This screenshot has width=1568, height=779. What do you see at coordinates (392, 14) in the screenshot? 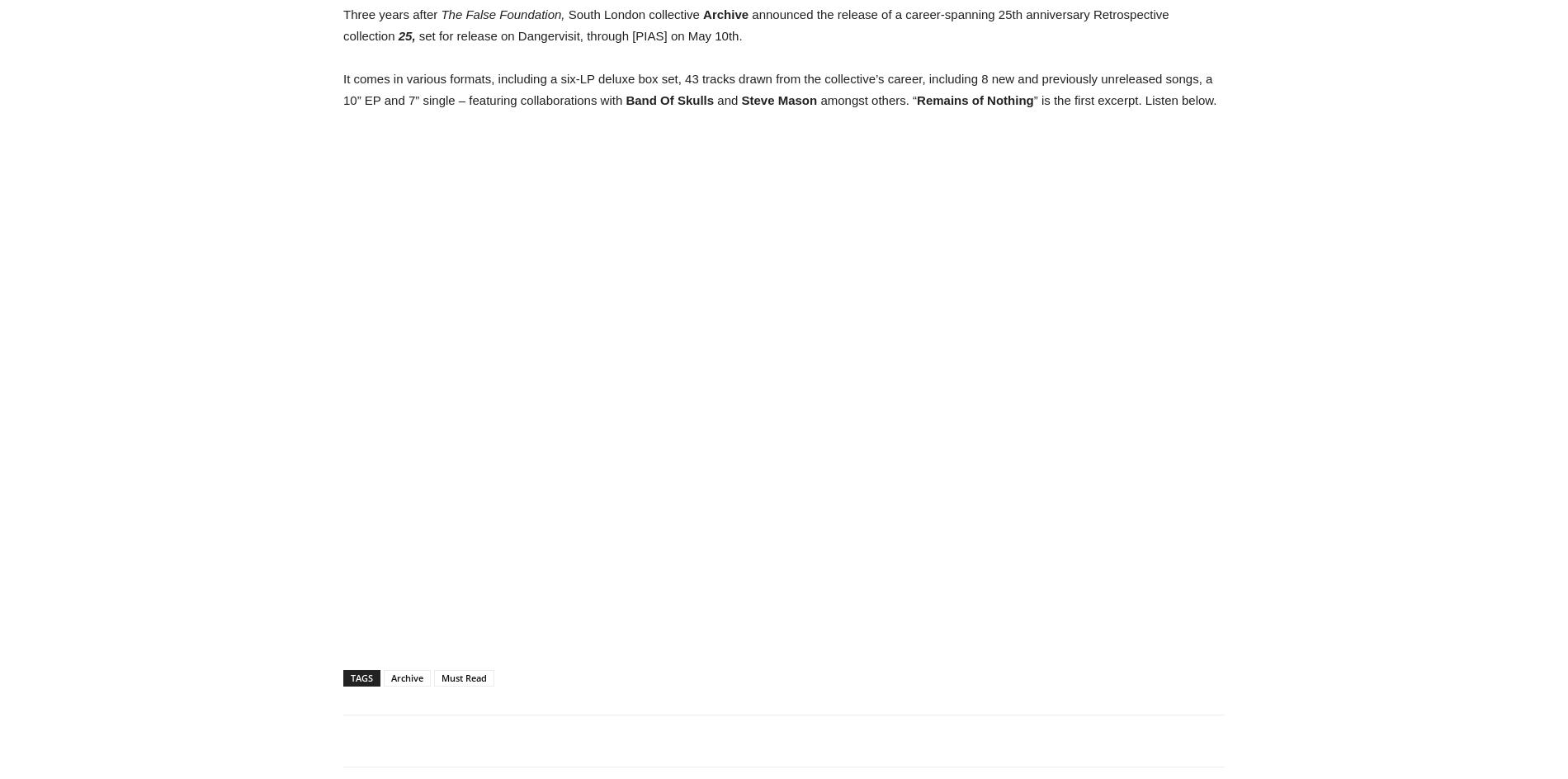
I see `'Three years after'` at bounding box center [392, 14].